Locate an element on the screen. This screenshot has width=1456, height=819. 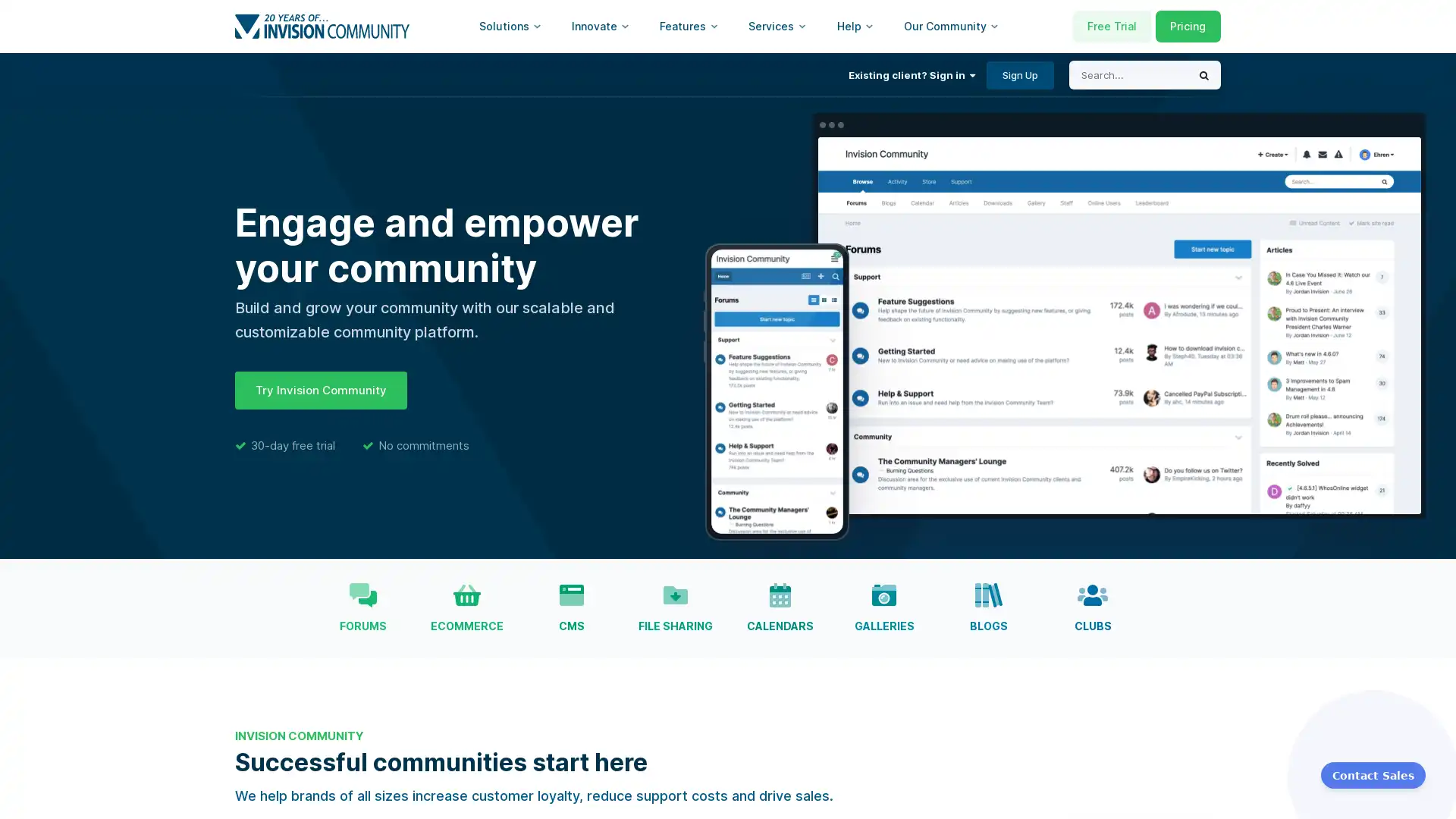
Features is located at coordinates (688, 26).